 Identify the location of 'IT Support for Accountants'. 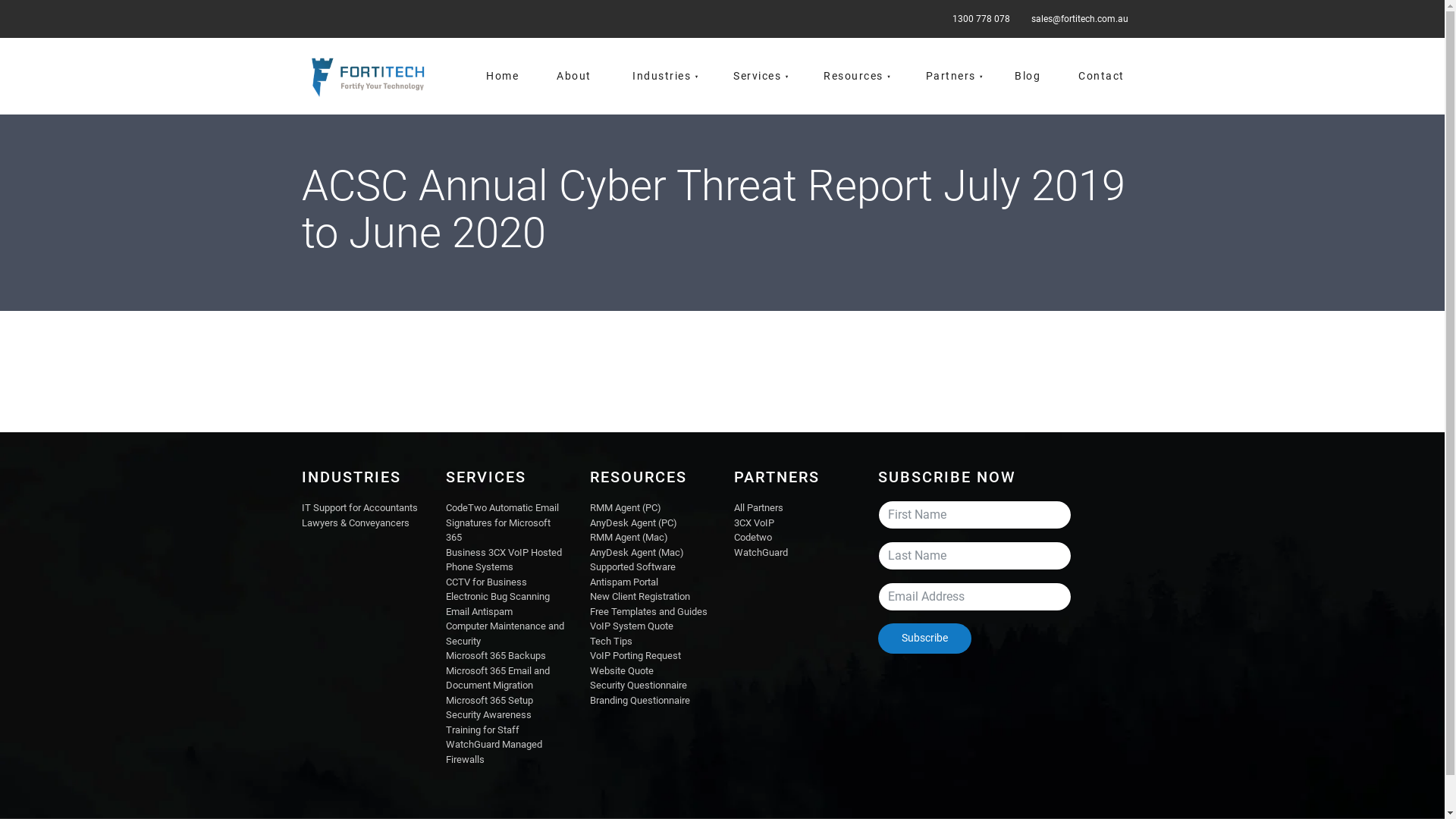
(359, 507).